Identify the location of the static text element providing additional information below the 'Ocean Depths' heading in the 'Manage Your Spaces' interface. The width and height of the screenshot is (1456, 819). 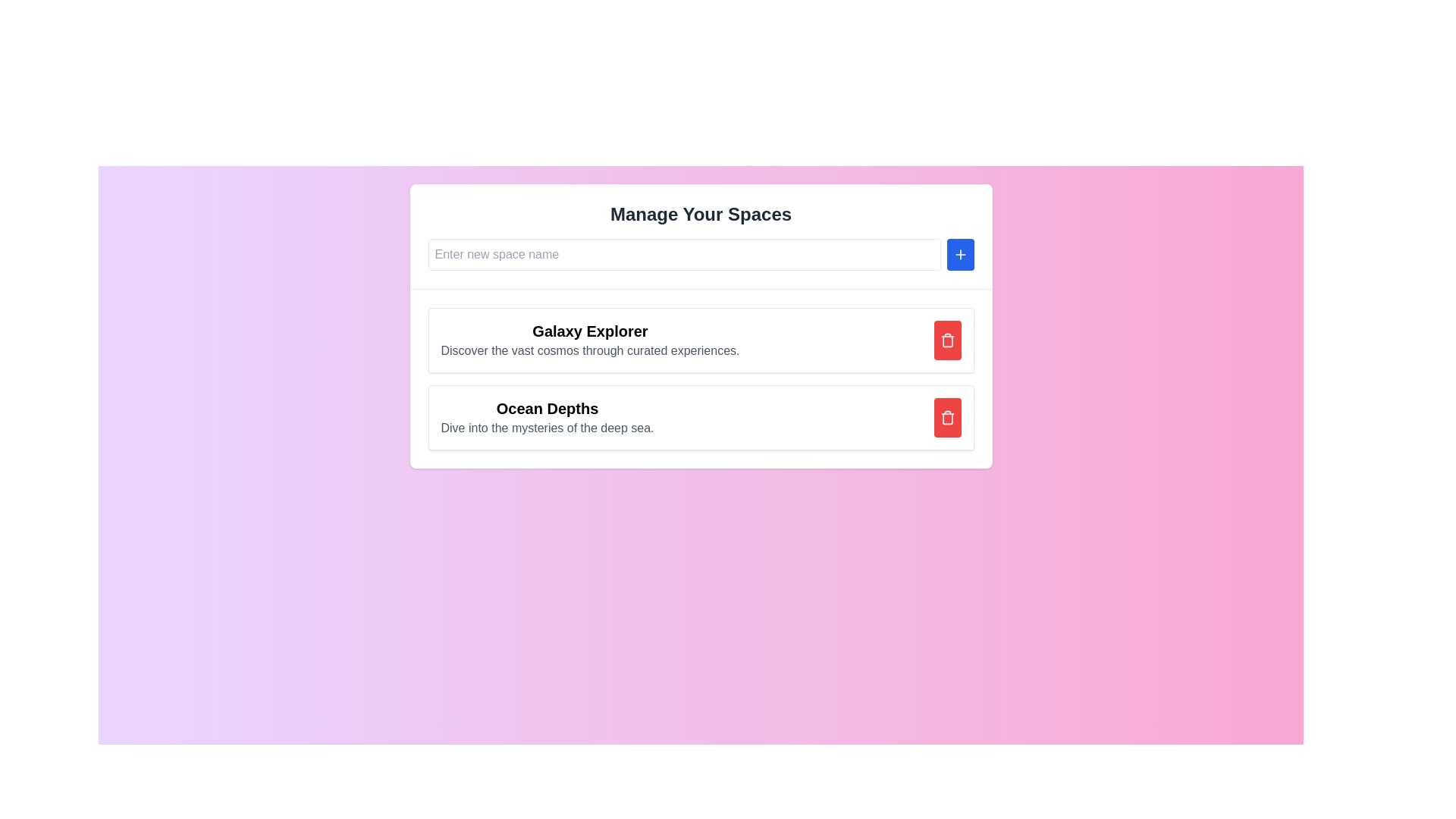
(547, 428).